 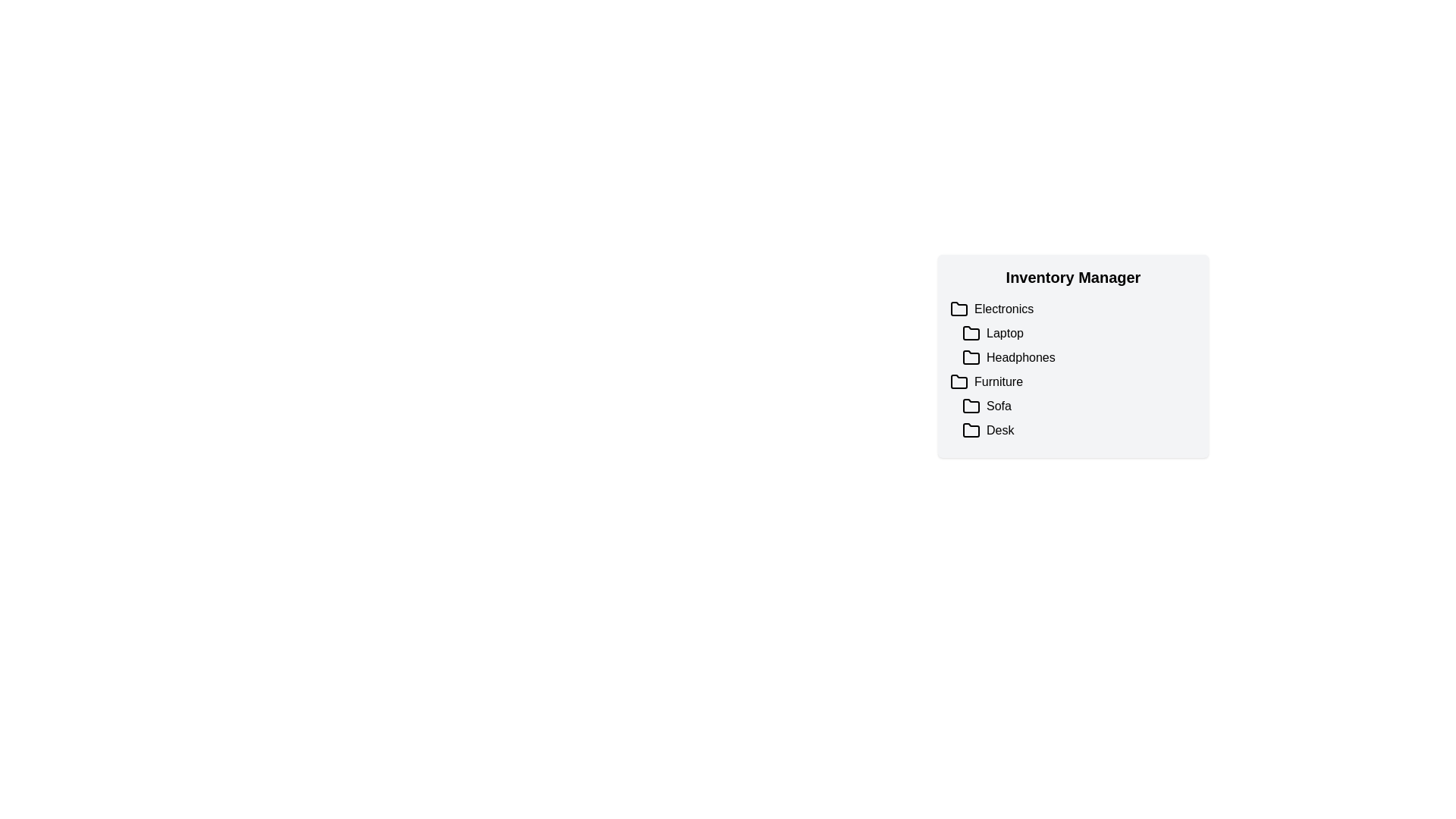 What do you see at coordinates (1072, 381) in the screenshot?
I see `the 'Furniture' folder in the Inventory Manager` at bounding box center [1072, 381].